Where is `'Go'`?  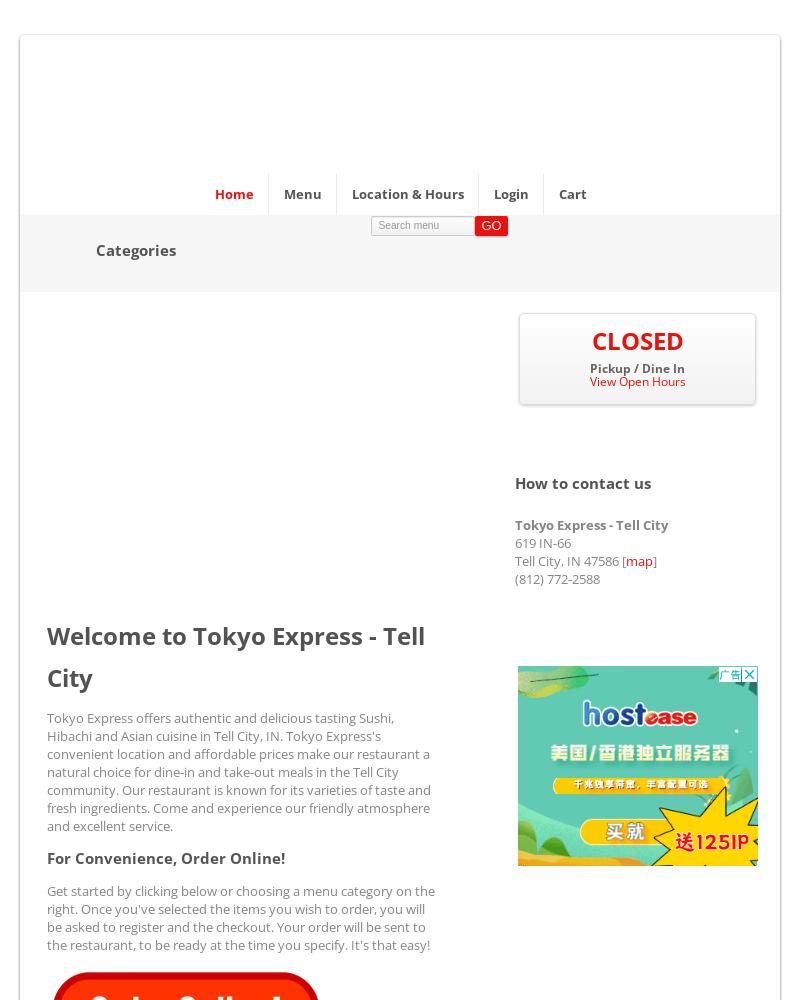
'Go' is located at coordinates (491, 223).